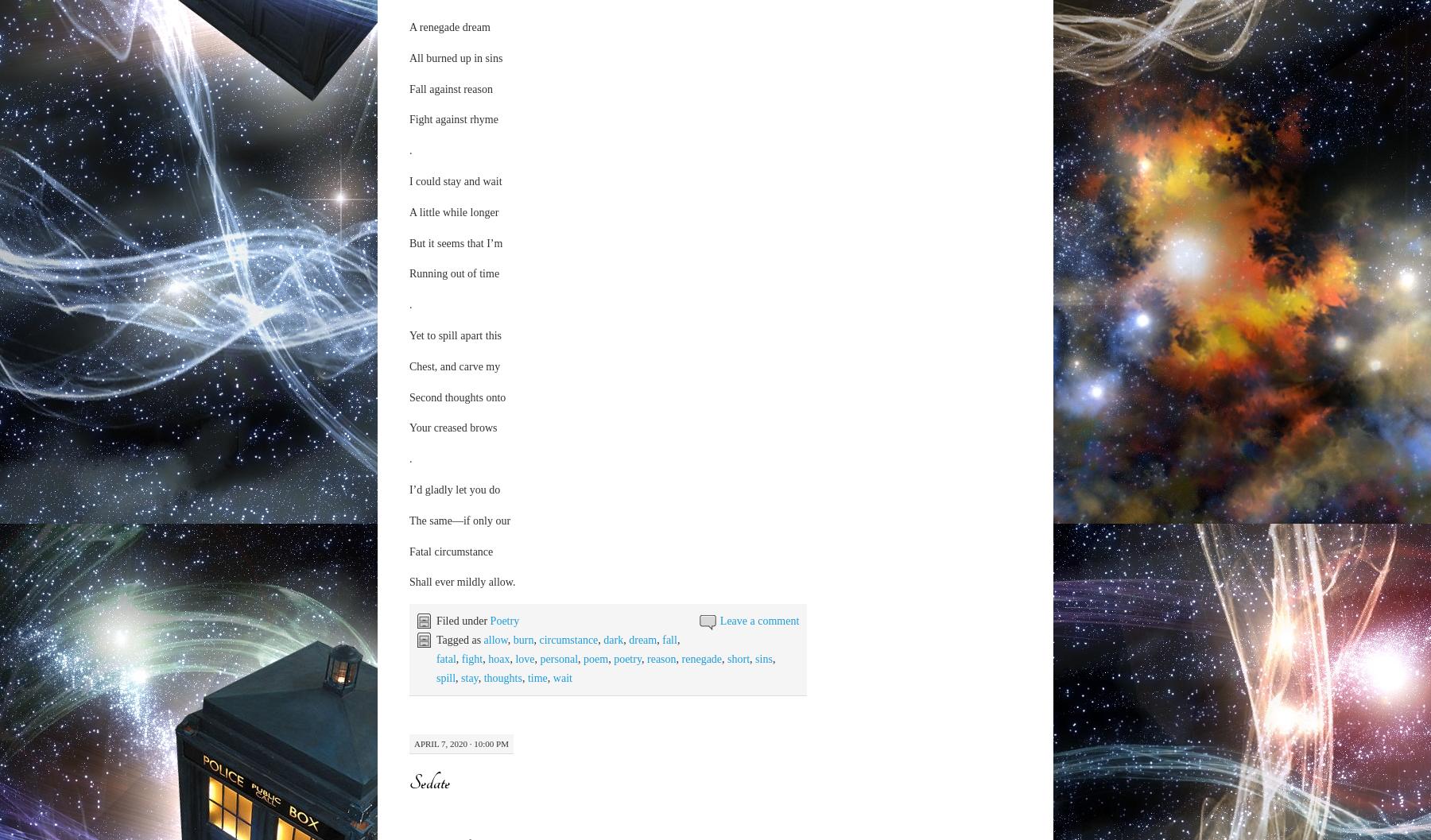 This screenshot has height=840, width=1431. I want to click on 'thoughts', so click(763, 751).